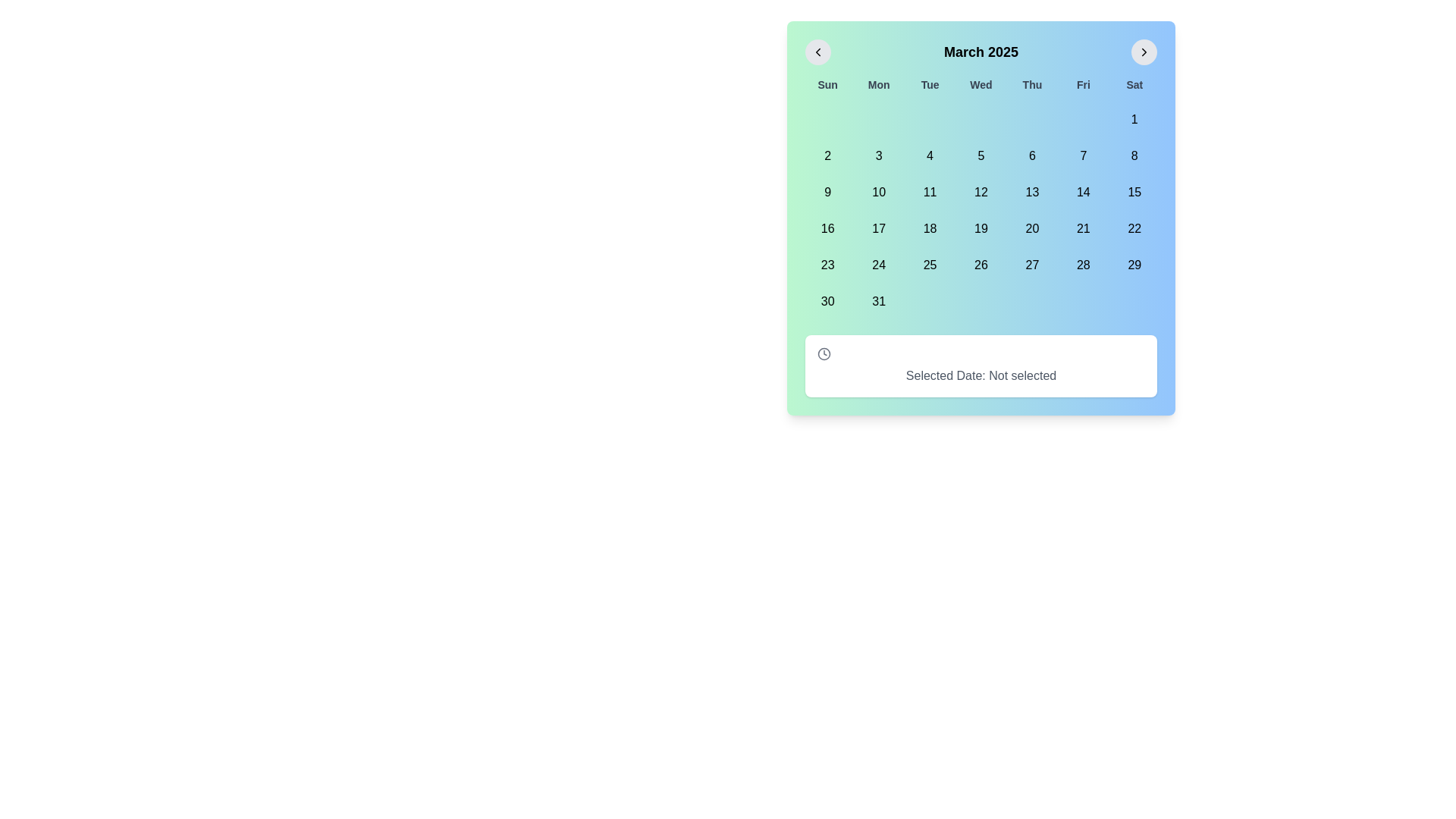 The height and width of the screenshot is (819, 1456). I want to click on the clickable date selector button for the date '25' in the calendar interface, so click(929, 265).